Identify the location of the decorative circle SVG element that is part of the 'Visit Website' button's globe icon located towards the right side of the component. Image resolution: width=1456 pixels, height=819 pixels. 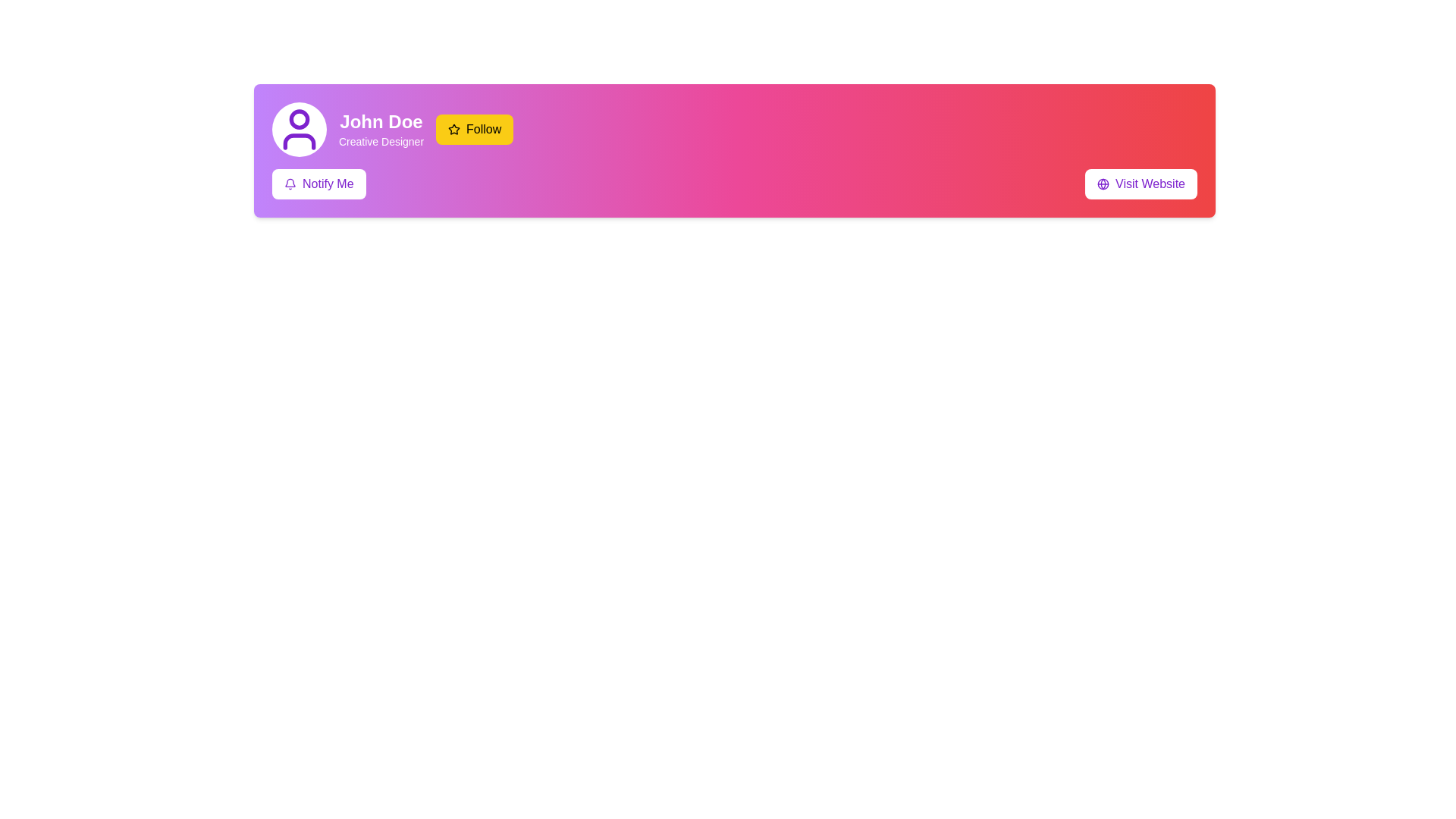
(1103, 184).